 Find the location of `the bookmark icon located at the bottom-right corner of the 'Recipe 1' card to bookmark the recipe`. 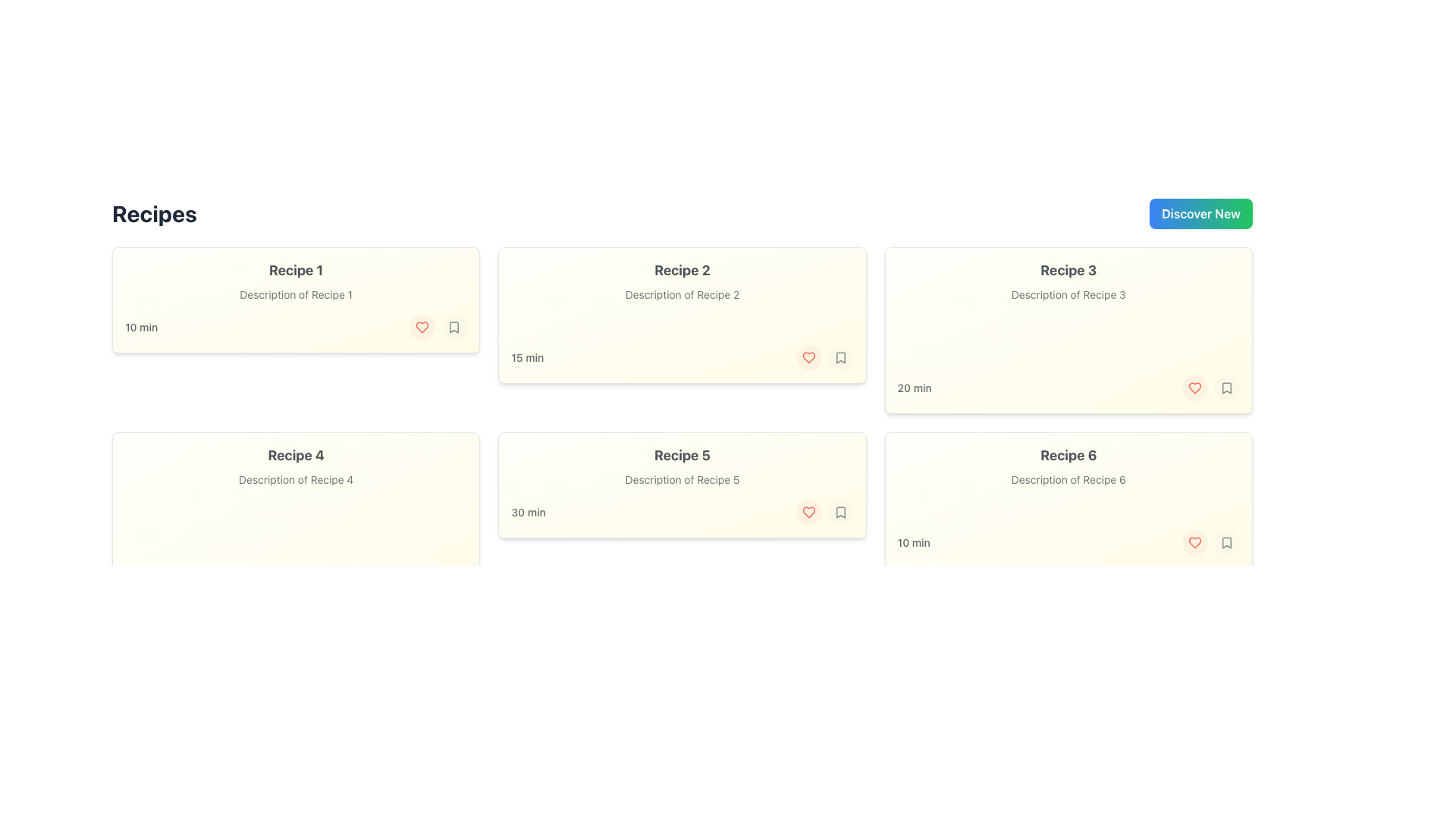

the bookmark icon located at the bottom-right corner of the 'Recipe 1' card to bookmark the recipe is located at coordinates (453, 327).